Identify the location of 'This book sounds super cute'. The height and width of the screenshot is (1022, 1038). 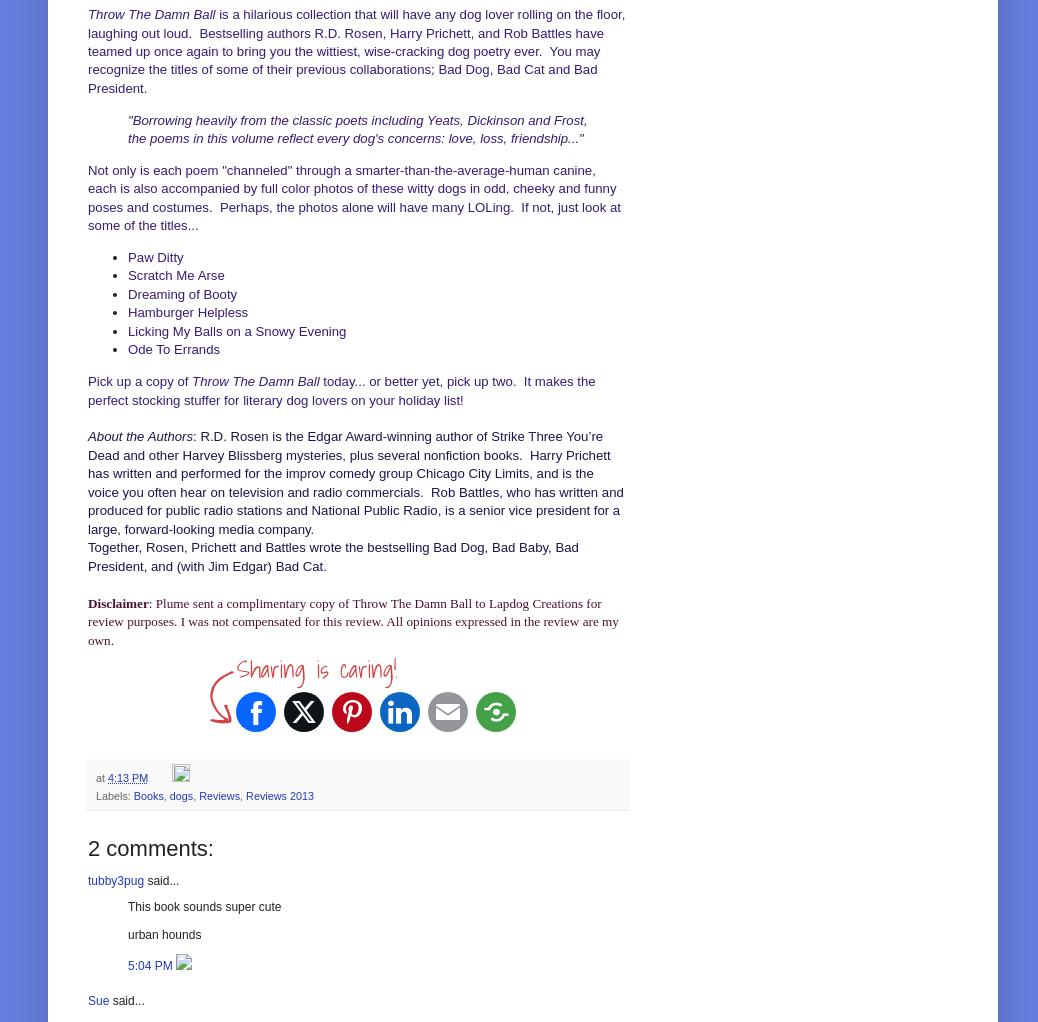
(126, 905).